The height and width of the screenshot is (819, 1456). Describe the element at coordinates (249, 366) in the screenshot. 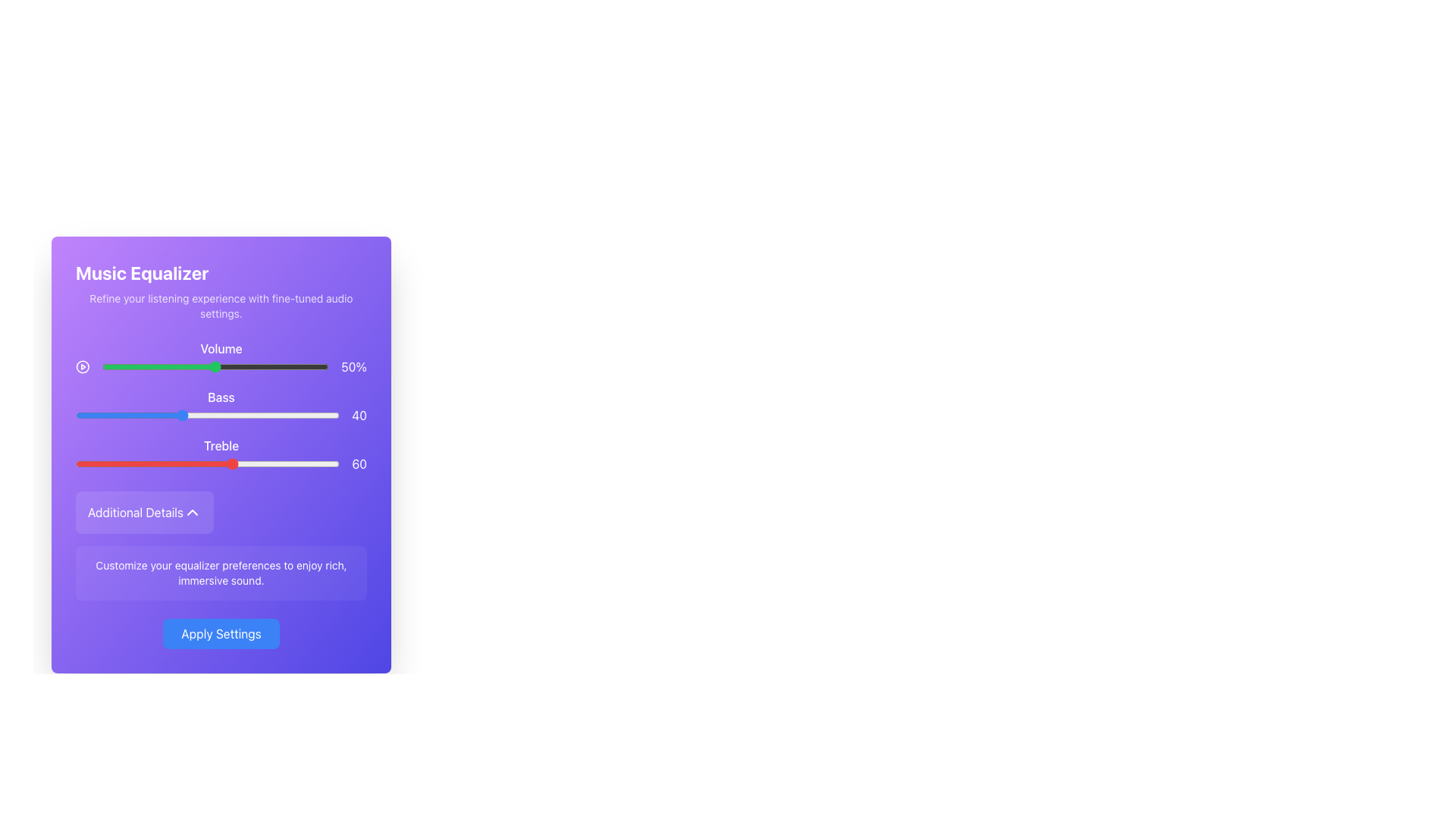

I see `the volume` at that location.